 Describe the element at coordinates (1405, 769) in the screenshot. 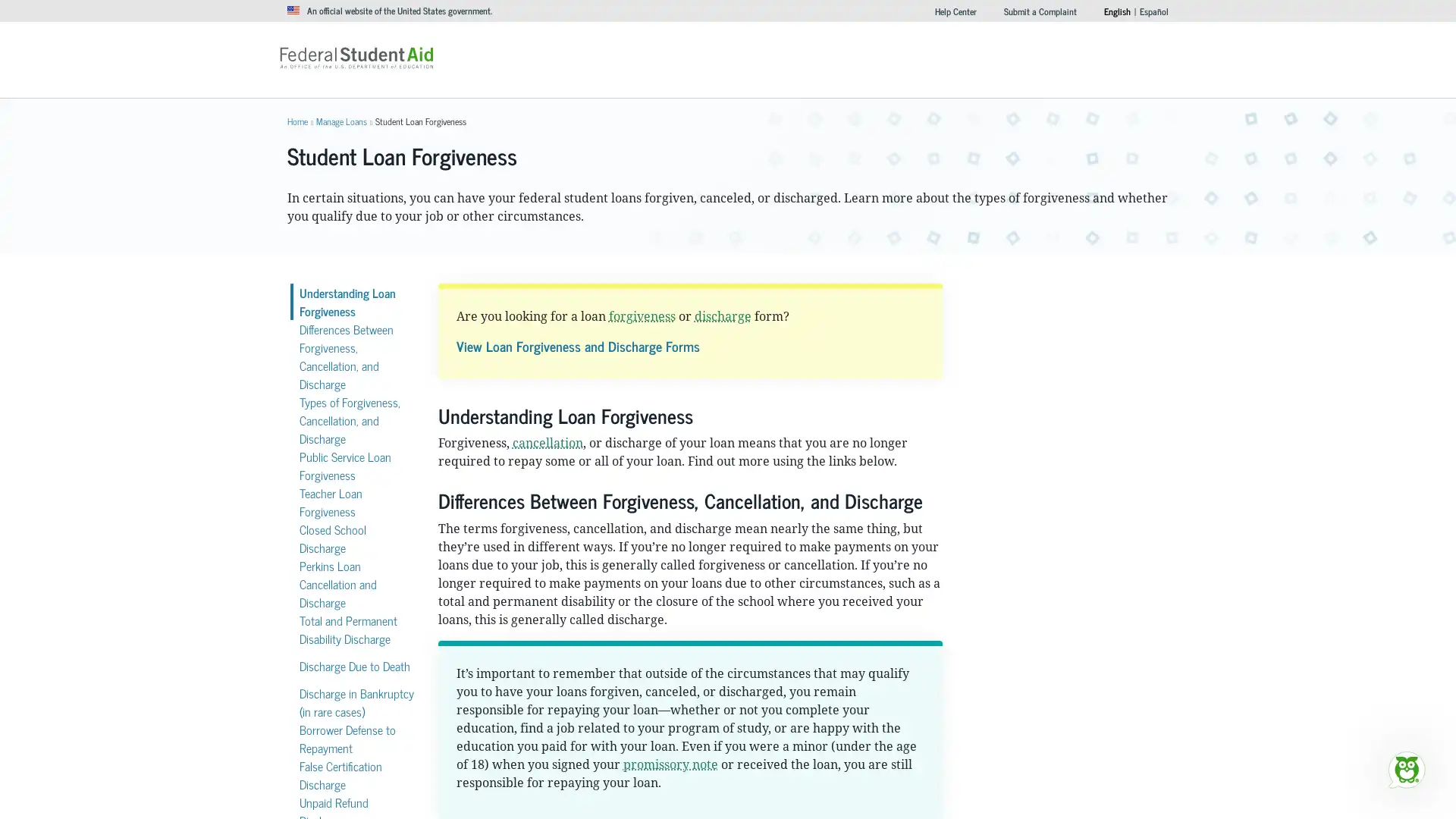

I see `Initiate Chat` at that location.